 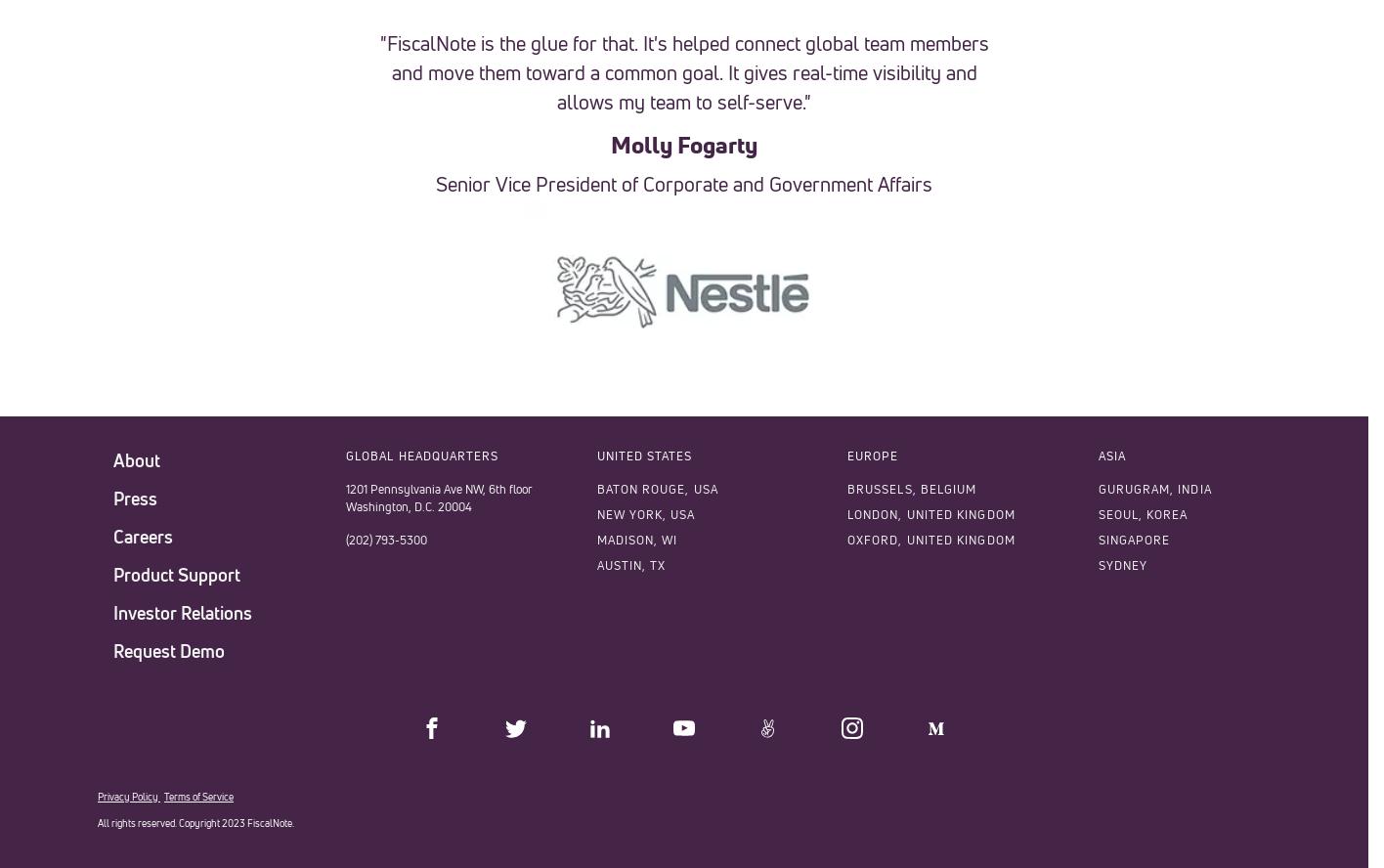 What do you see at coordinates (111, 535) in the screenshot?
I see `'Careers'` at bounding box center [111, 535].